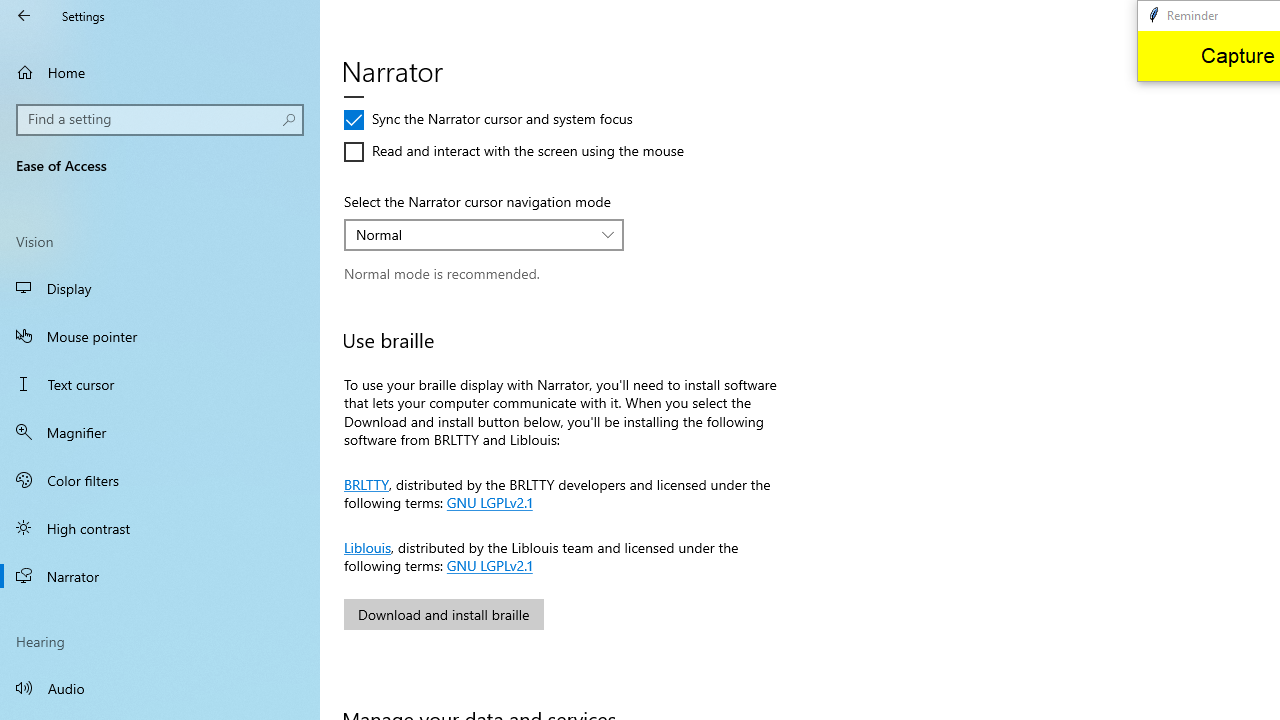 The width and height of the screenshot is (1280, 720). Describe the element at coordinates (160, 384) in the screenshot. I see `'Text cursor'` at that location.